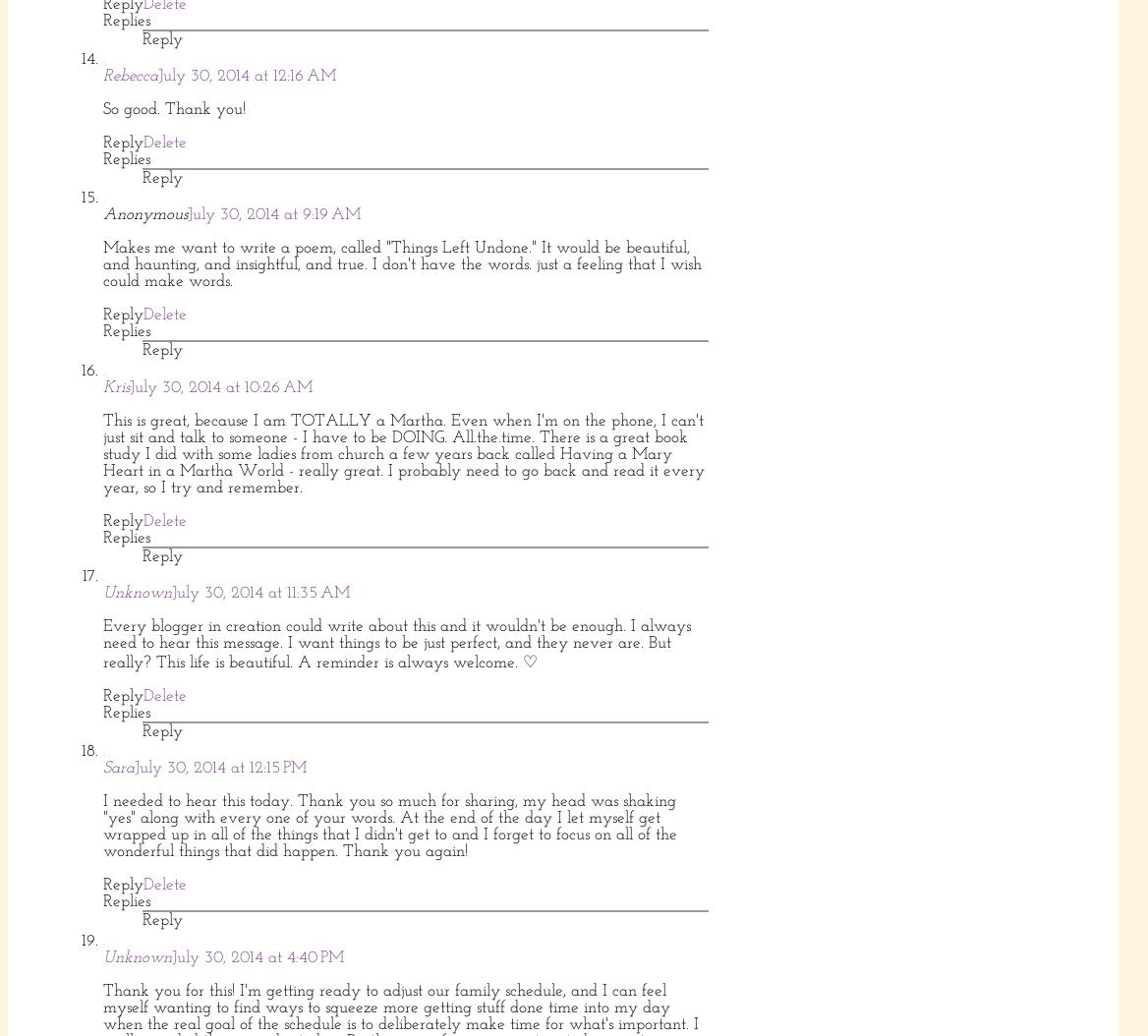 This screenshot has height=1036, width=1148. Describe the element at coordinates (273, 214) in the screenshot. I see `'July 30, 2014 at 9:19 AM'` at that location.